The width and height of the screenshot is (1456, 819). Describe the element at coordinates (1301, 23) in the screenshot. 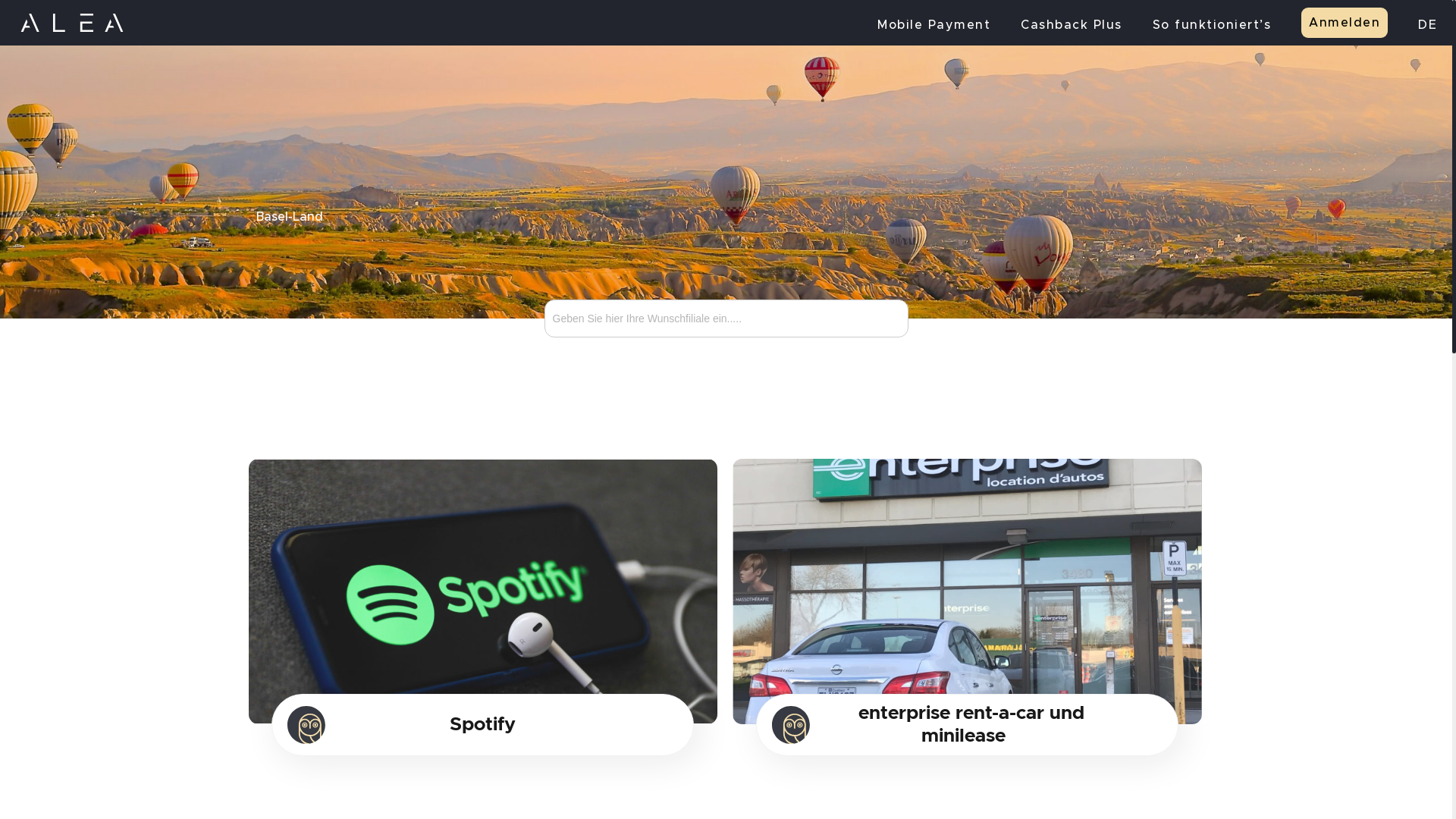

I see `'Anmelden'` at that location.